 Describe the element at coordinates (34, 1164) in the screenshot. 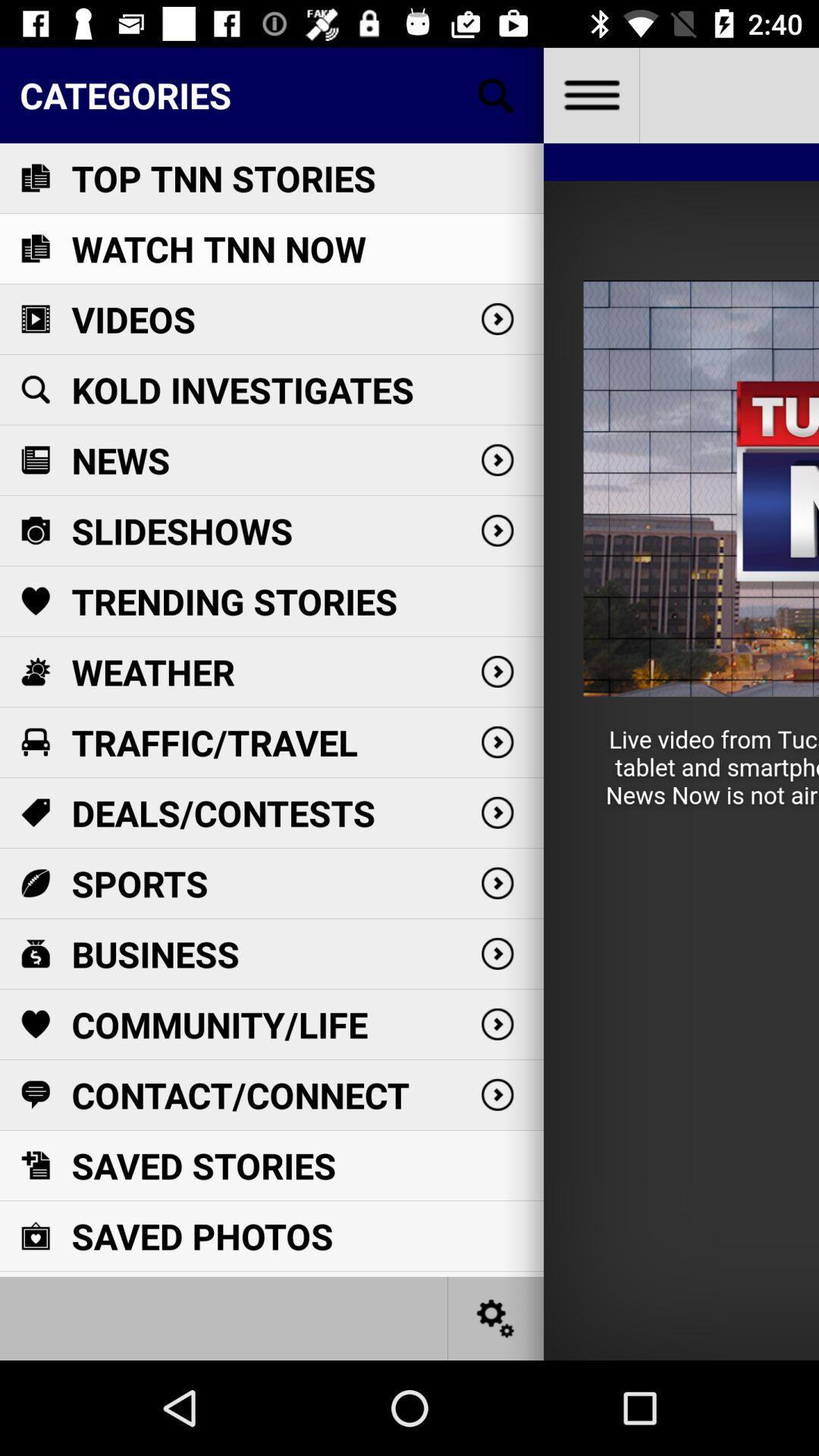

I see `the 2nd icon from the bottom of the list` at that location.